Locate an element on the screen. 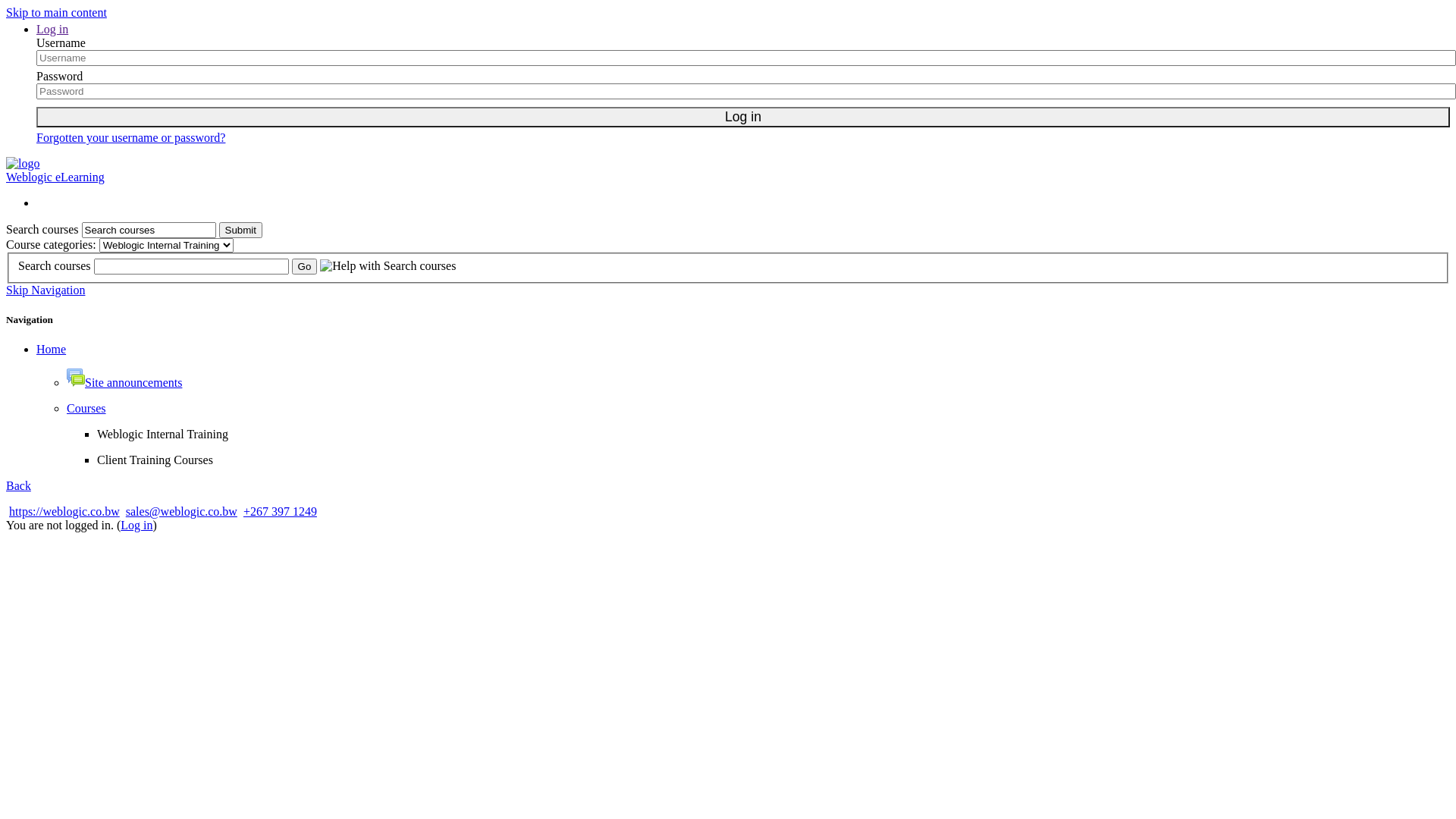 This screenshot has height=819, width=1456. 'Forum' is located at coordinates (65, 376).